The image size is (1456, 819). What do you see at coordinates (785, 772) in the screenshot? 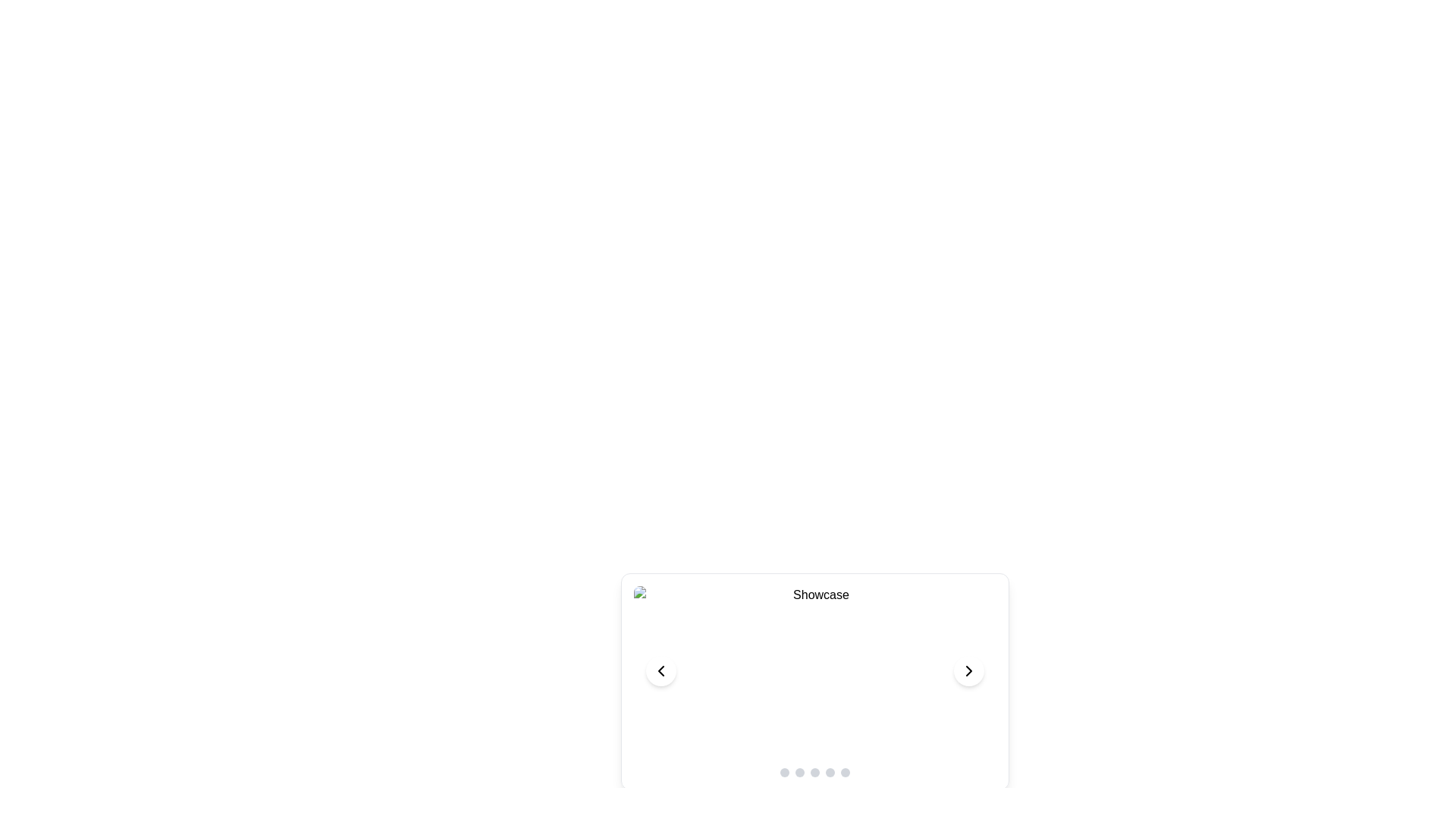
I see `the first circular interactive indicator dot in the group of five dots located at the bottom-center below the 'Showcase' slideshow component` at bounding box center [785, 772].